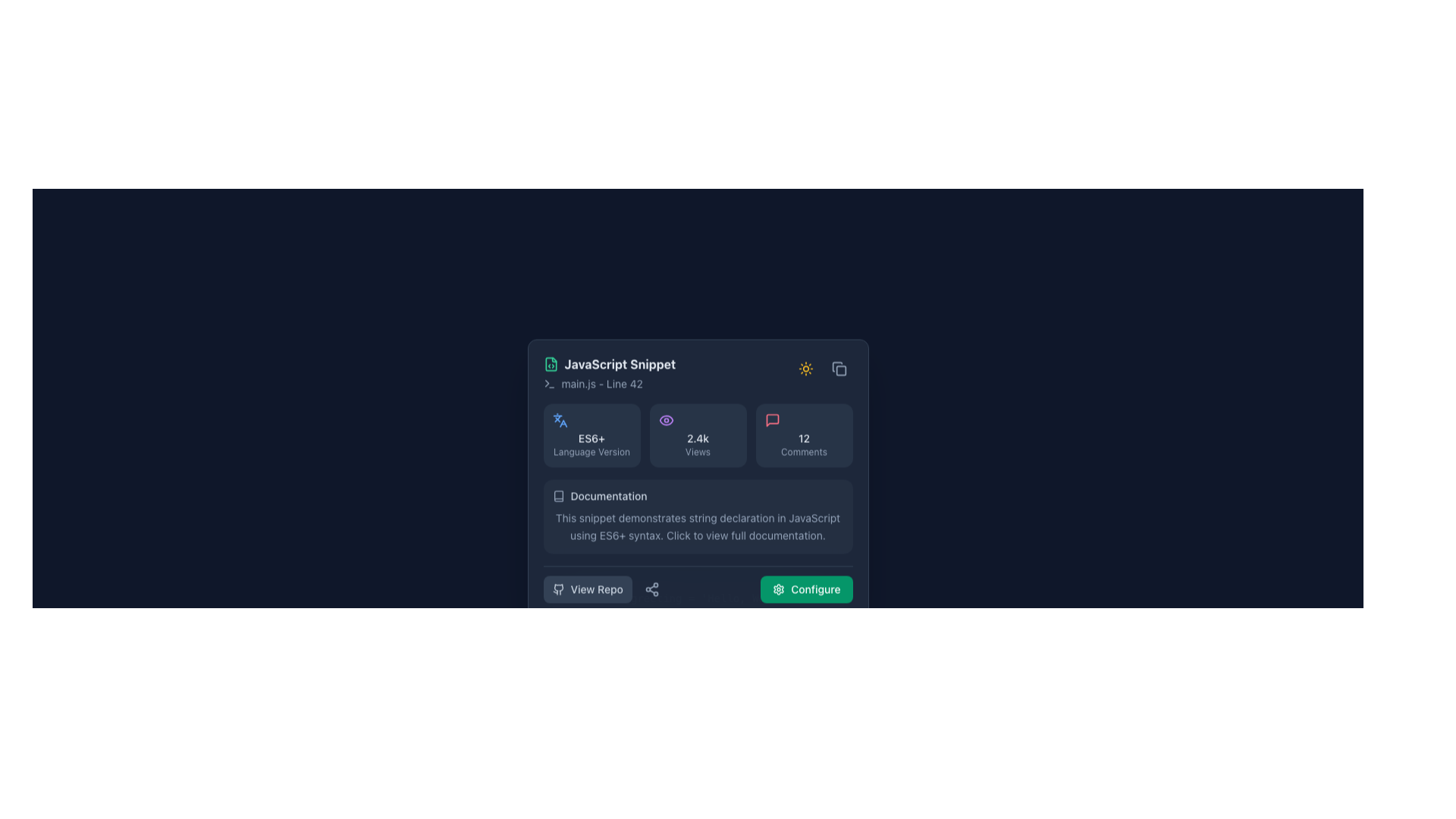 Image resolution: width=1456 pixels, height=819 pixels. I want to click on the Scalable Vector Graphic (SVG) located at the top-right portion of the UI card, which serves as a visual indicator for chat or comment features, so click(772, 420).